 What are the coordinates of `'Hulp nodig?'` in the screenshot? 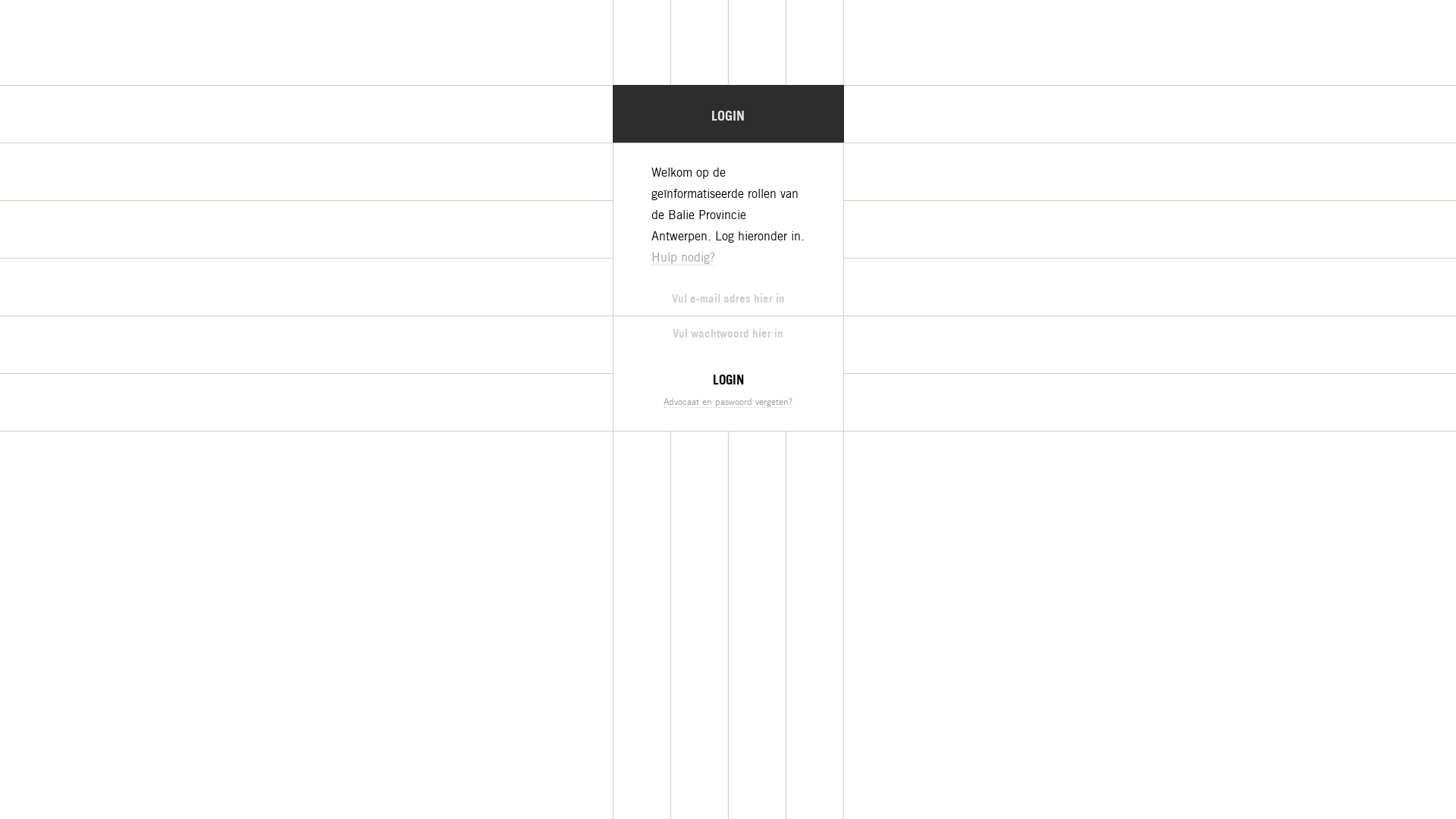 It's located at (651, 256).